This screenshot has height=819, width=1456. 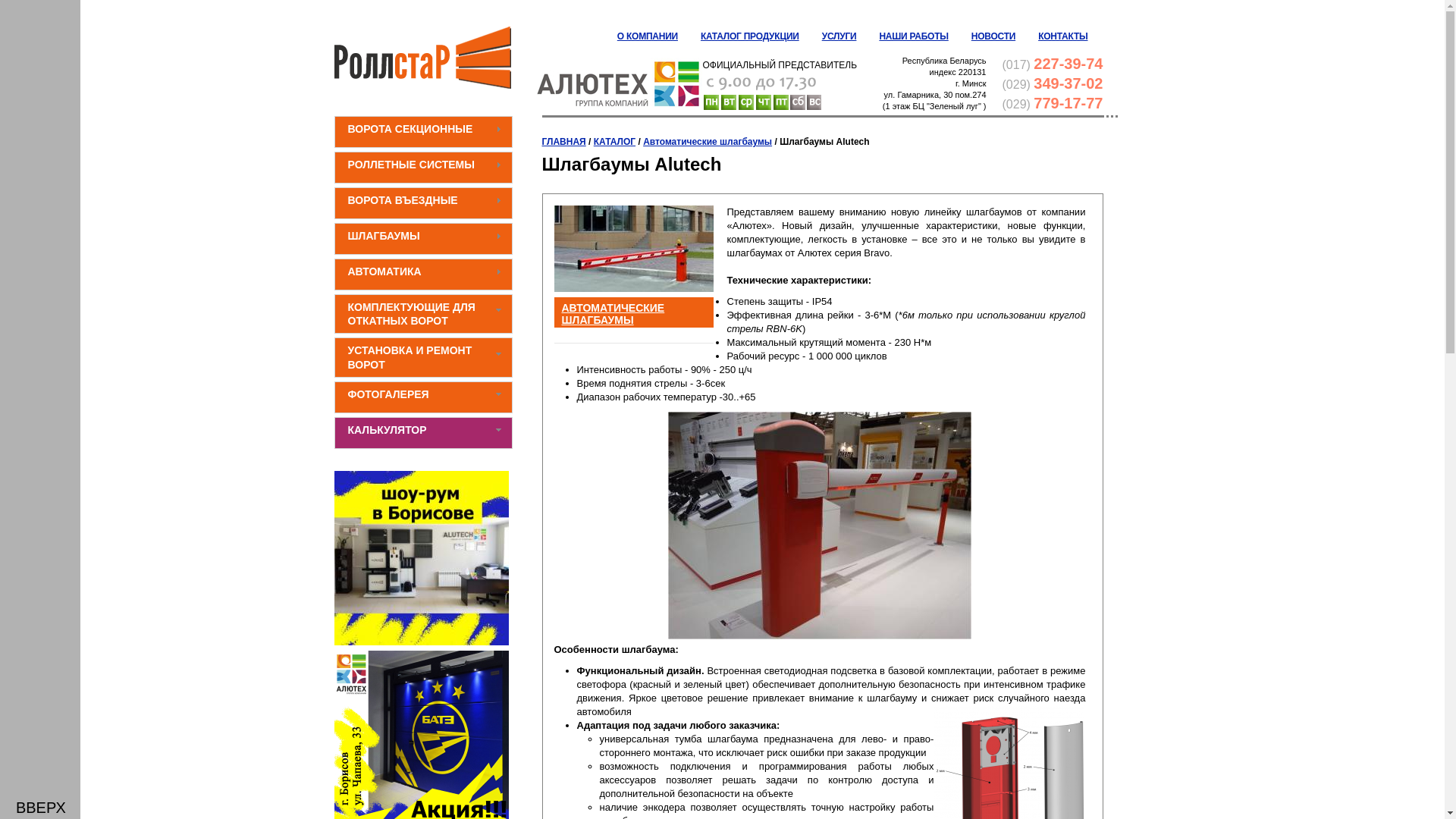 What do you see at coordinates (1052, 64) in the screenshot?
I see `'(017) 227-39-74'` at bounding box center [1052, 64].